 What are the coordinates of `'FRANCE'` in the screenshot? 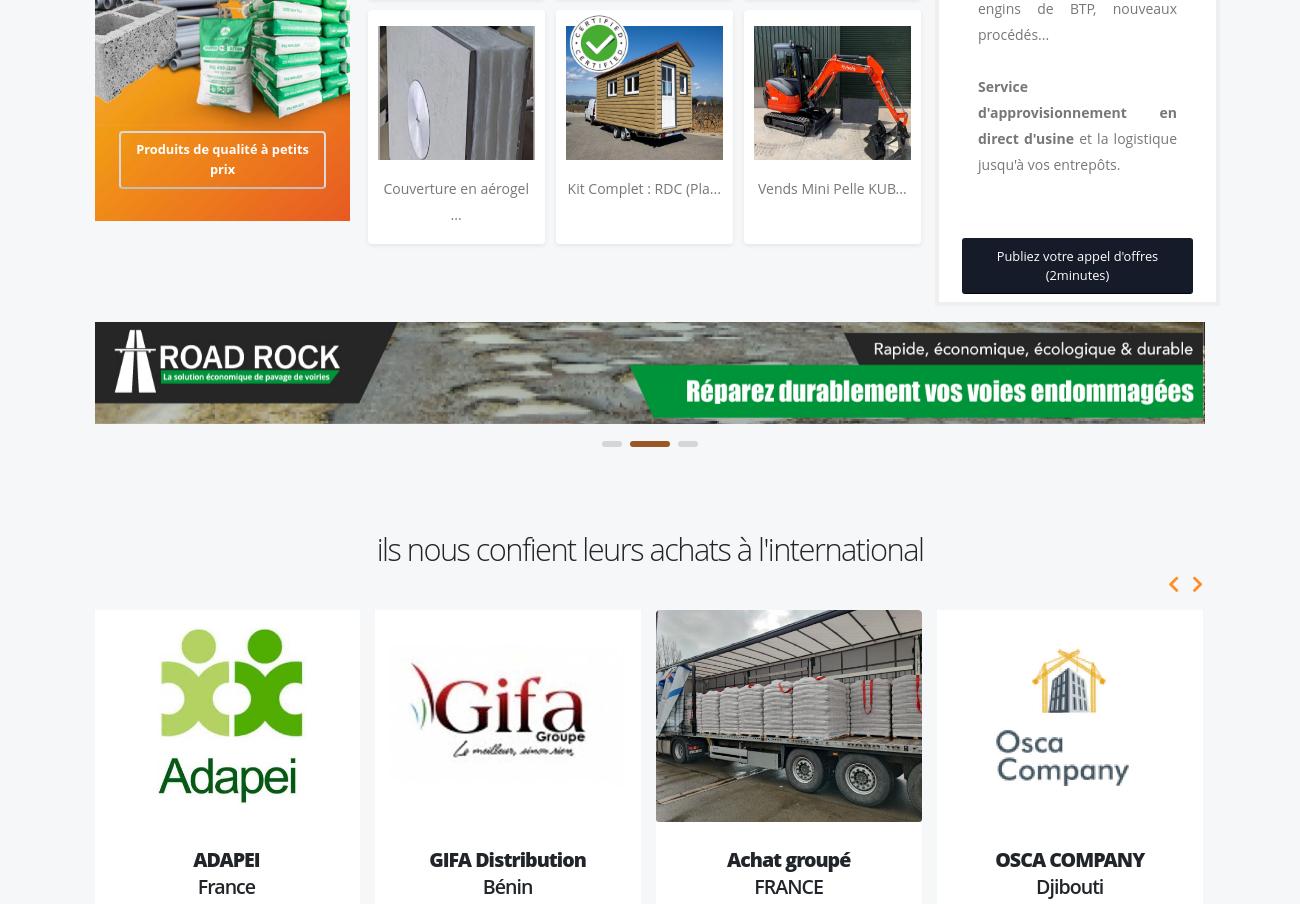 It's located at (787, 886).